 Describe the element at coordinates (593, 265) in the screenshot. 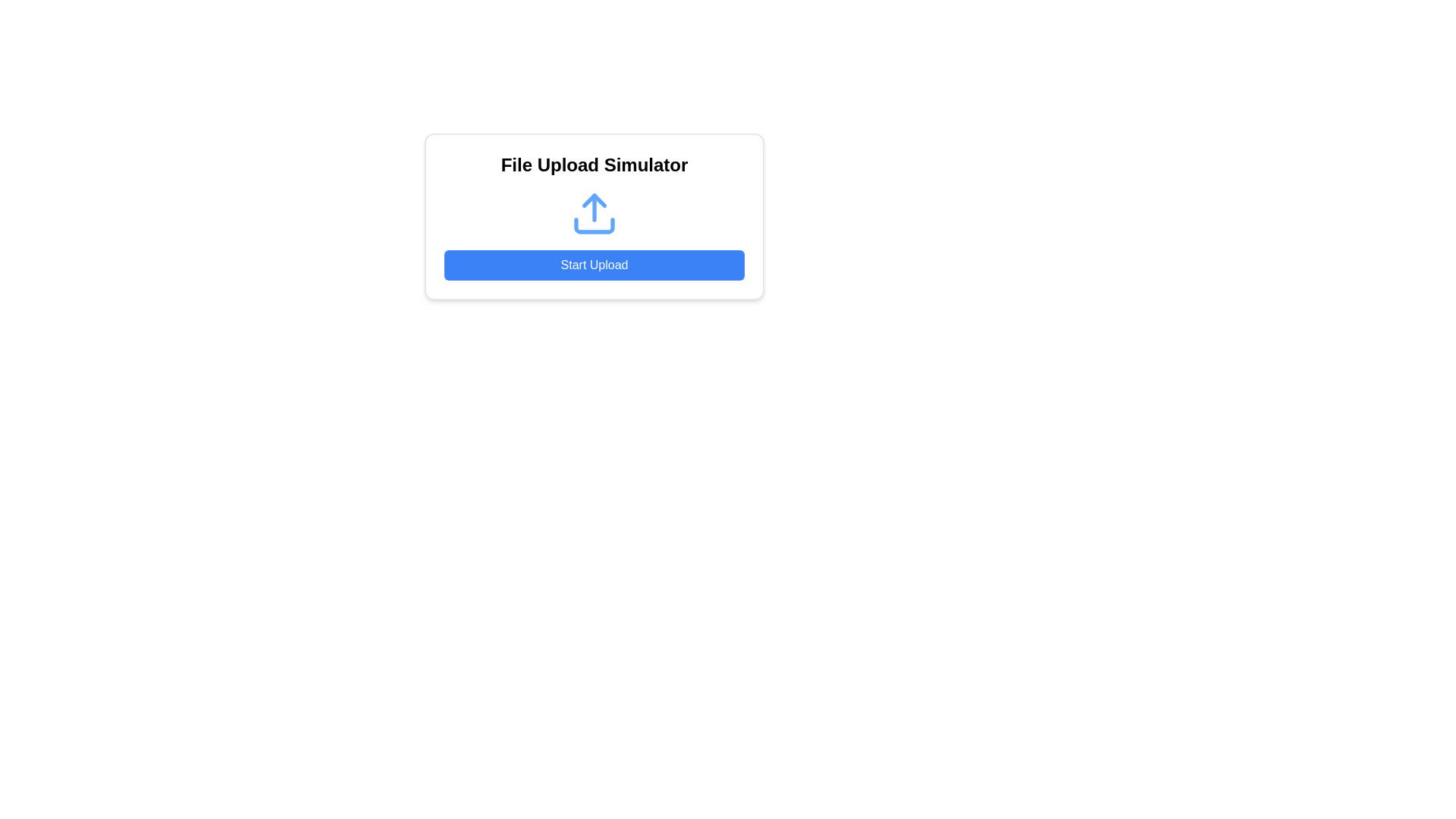

I see `the upload button located at the bottom of the white card UI titled 'File Upload Simulator' to trigger the hover effect` at that location.